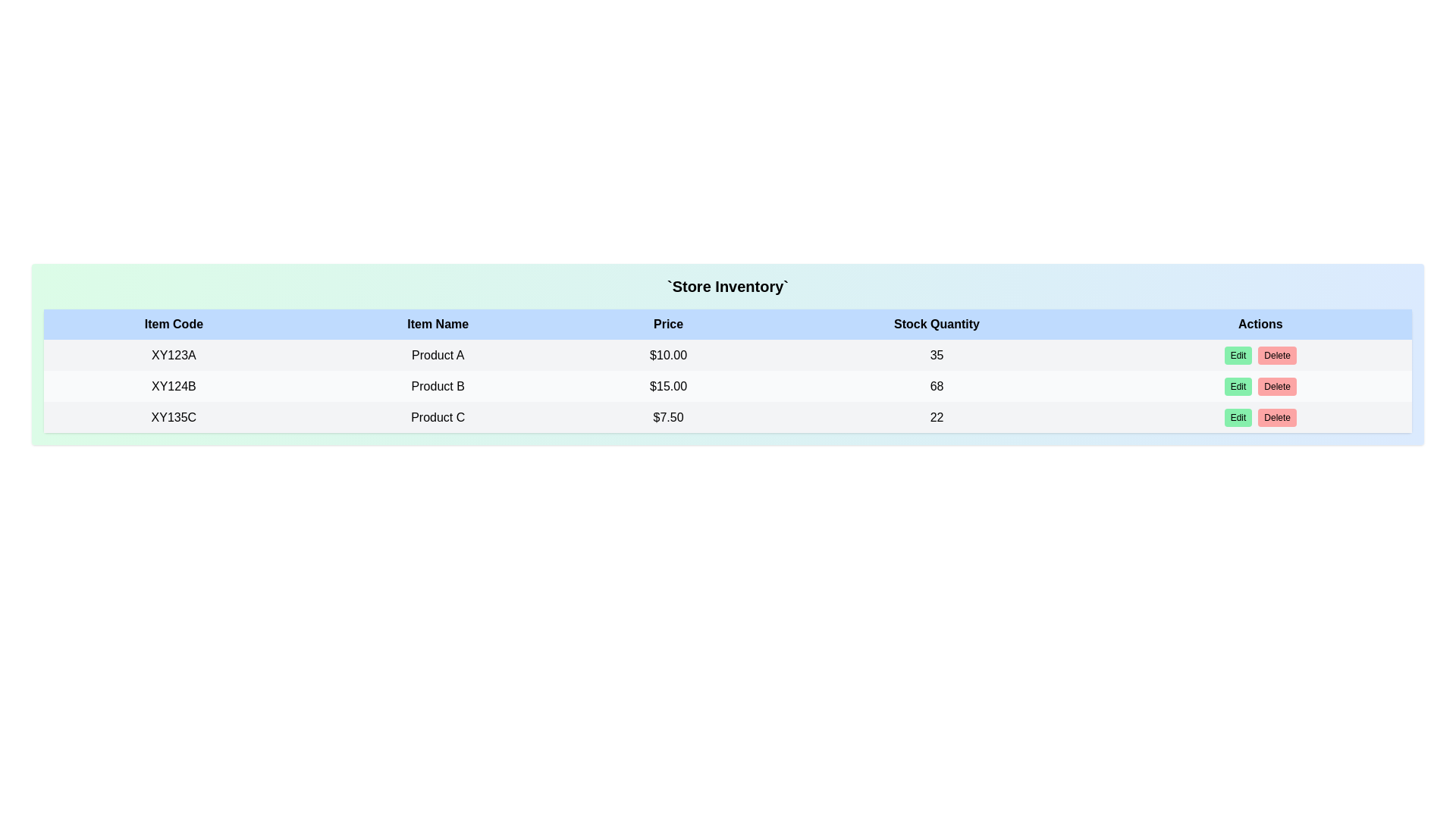  Describe the element at coordinates (667, 324) in the screenshot. I see `the 'Price' table header, which is the third header in a row of a table, clearly aligned with 'Item Code', 'Item Name', 'Stock Quantity', and 'Actions'` at that location.